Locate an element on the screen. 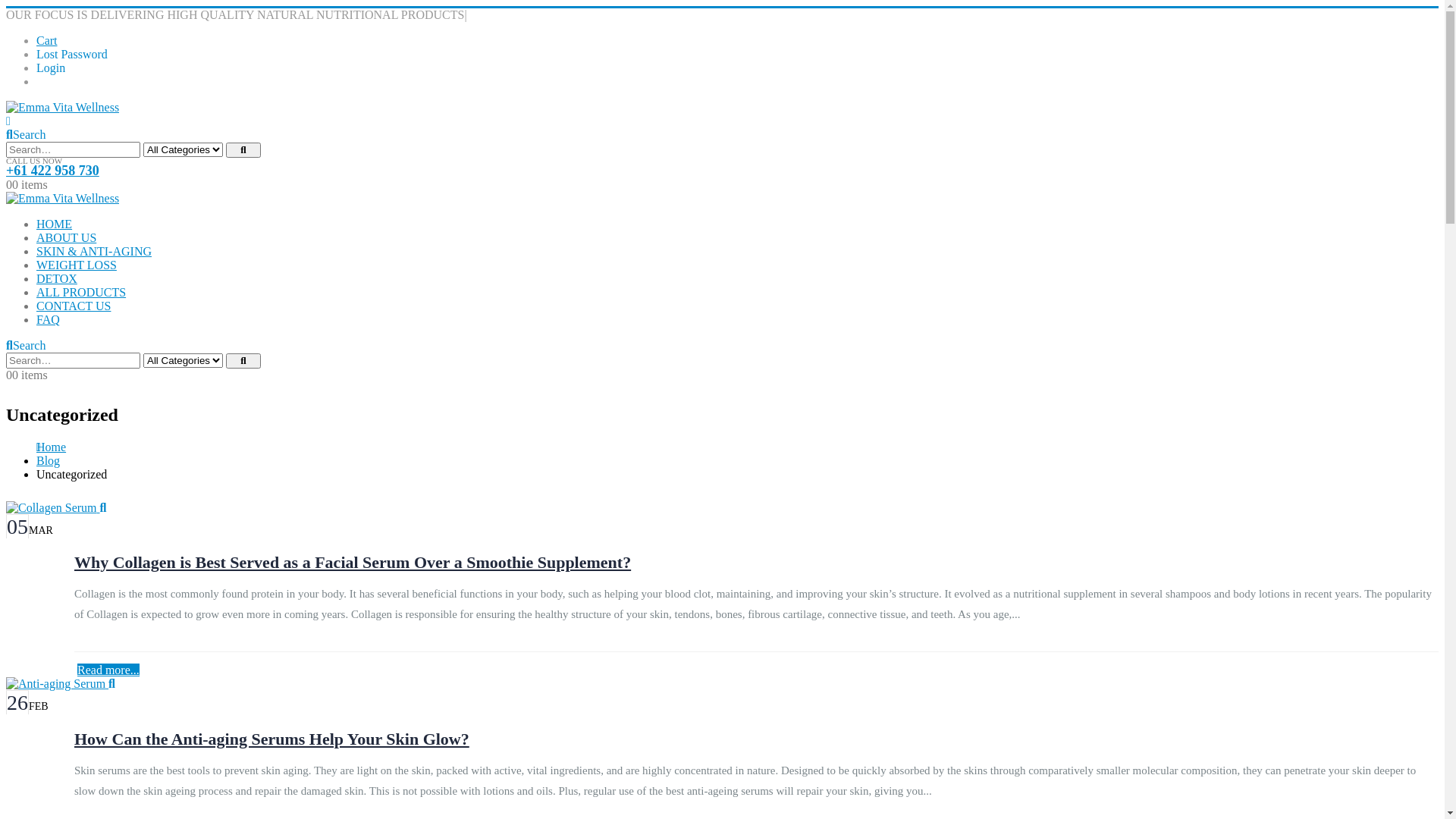 The image size is (1456, 819). 'Search' is located at coordinates (25, 133).